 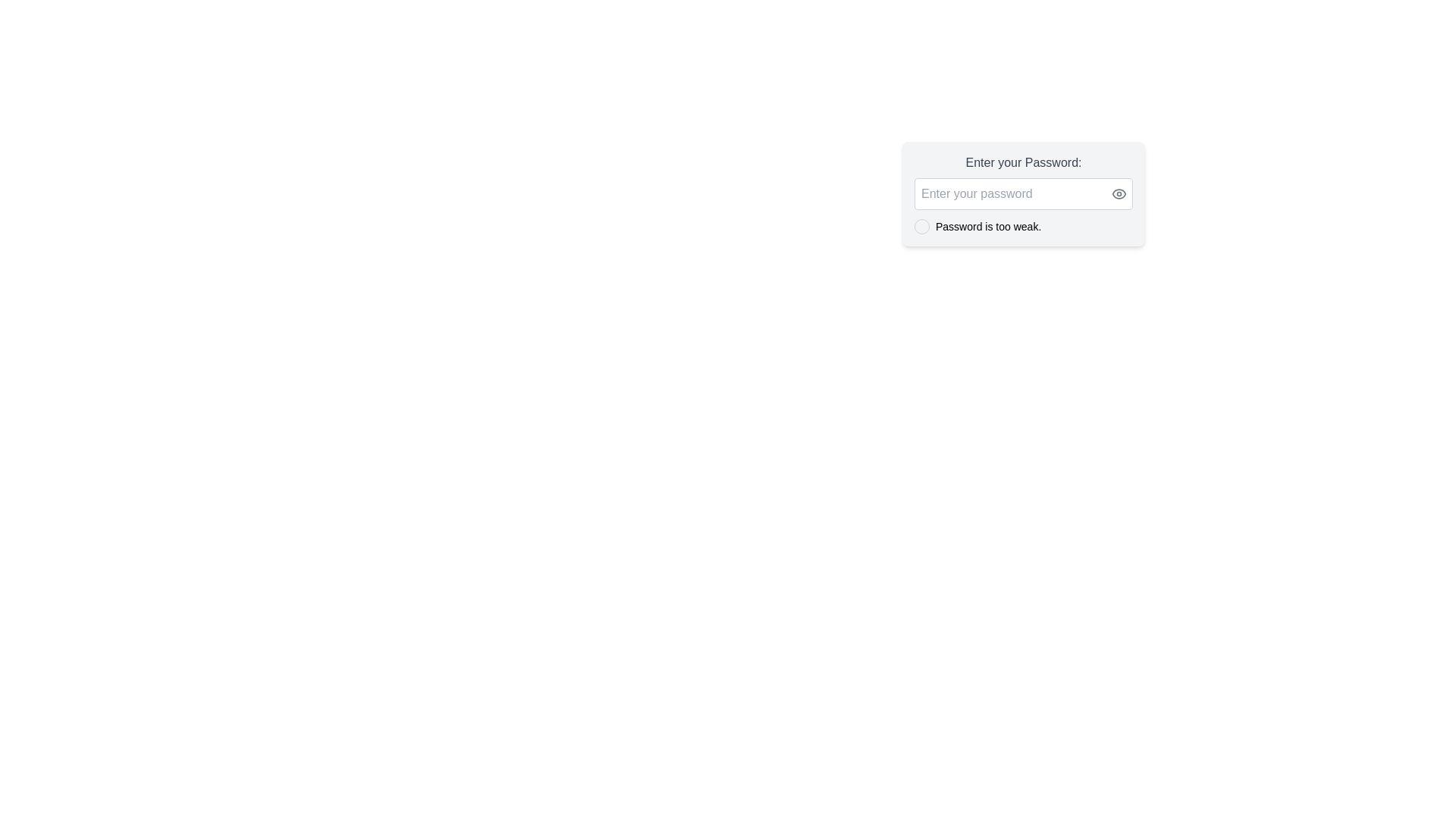 What do you see at coordinates (1023, 193) in the screenshot?
I see `the password strength indicator icon within the password input form` at bounding box center [1023, 193].